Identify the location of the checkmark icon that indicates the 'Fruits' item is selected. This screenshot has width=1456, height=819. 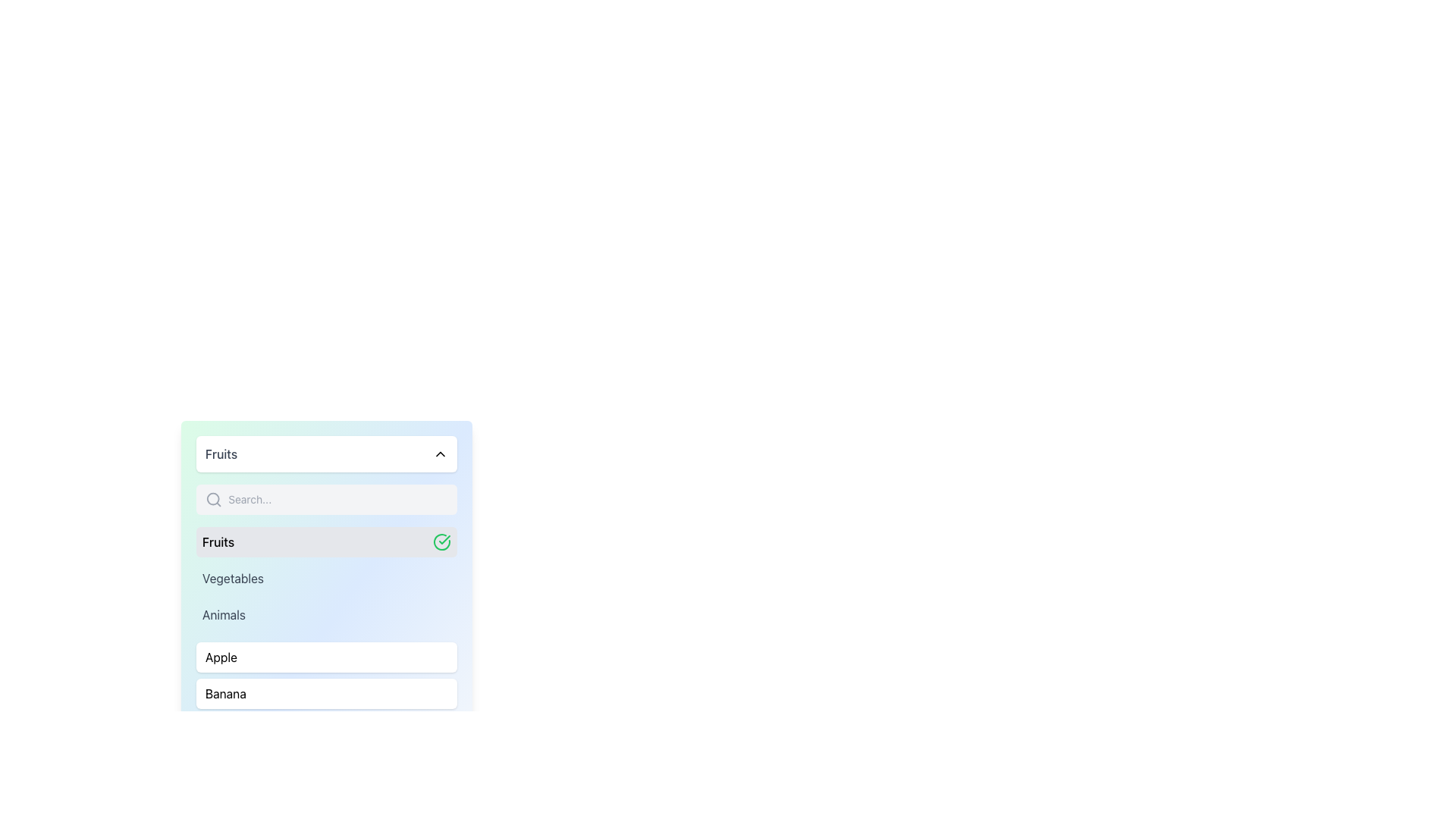
(441, 541).